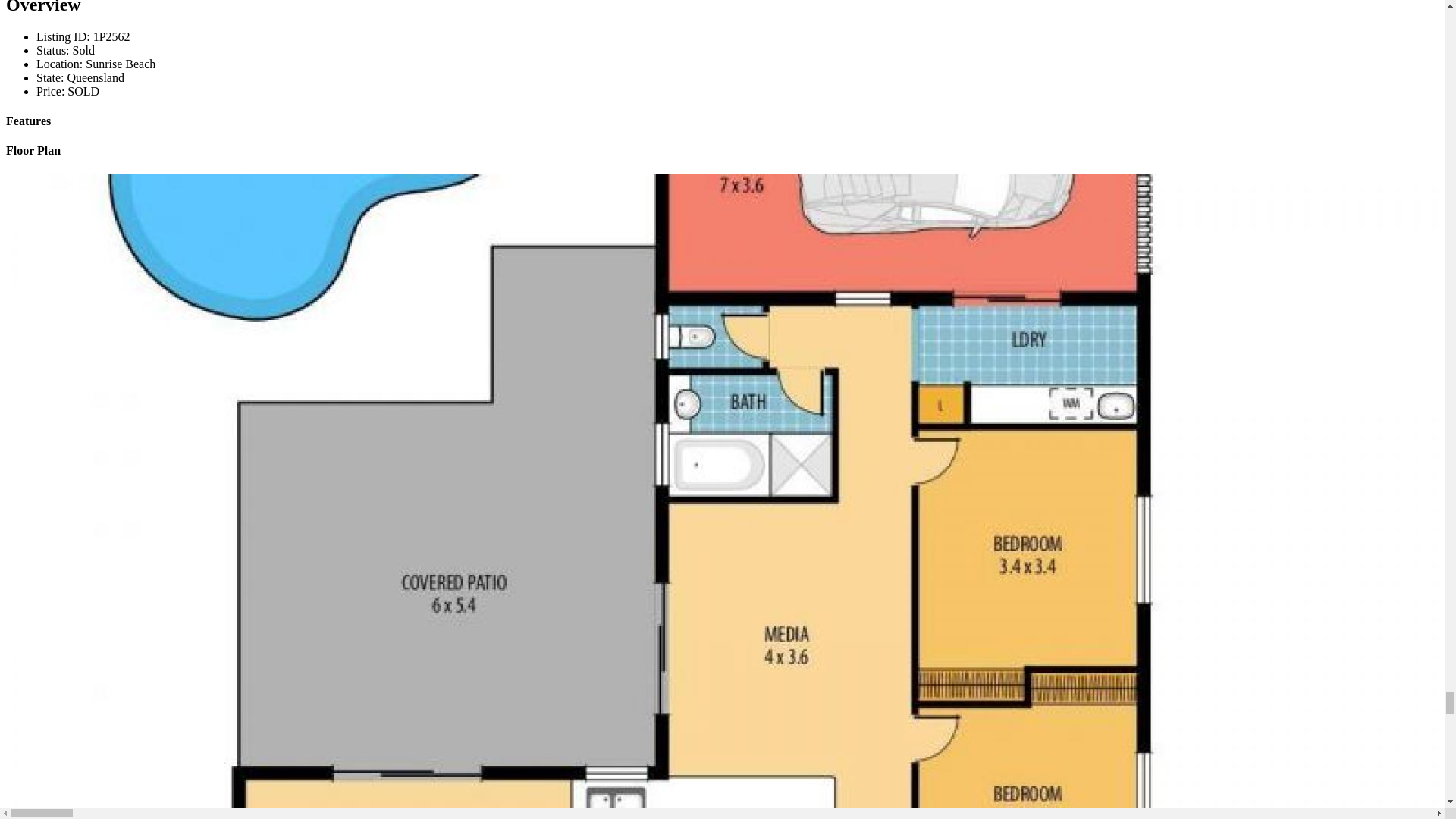 This screenshot has width=1456, height=819. What do you see at coordinates (36, 45) in the screenshot?
I see `'Lease'` at bounding box center [36, 45].